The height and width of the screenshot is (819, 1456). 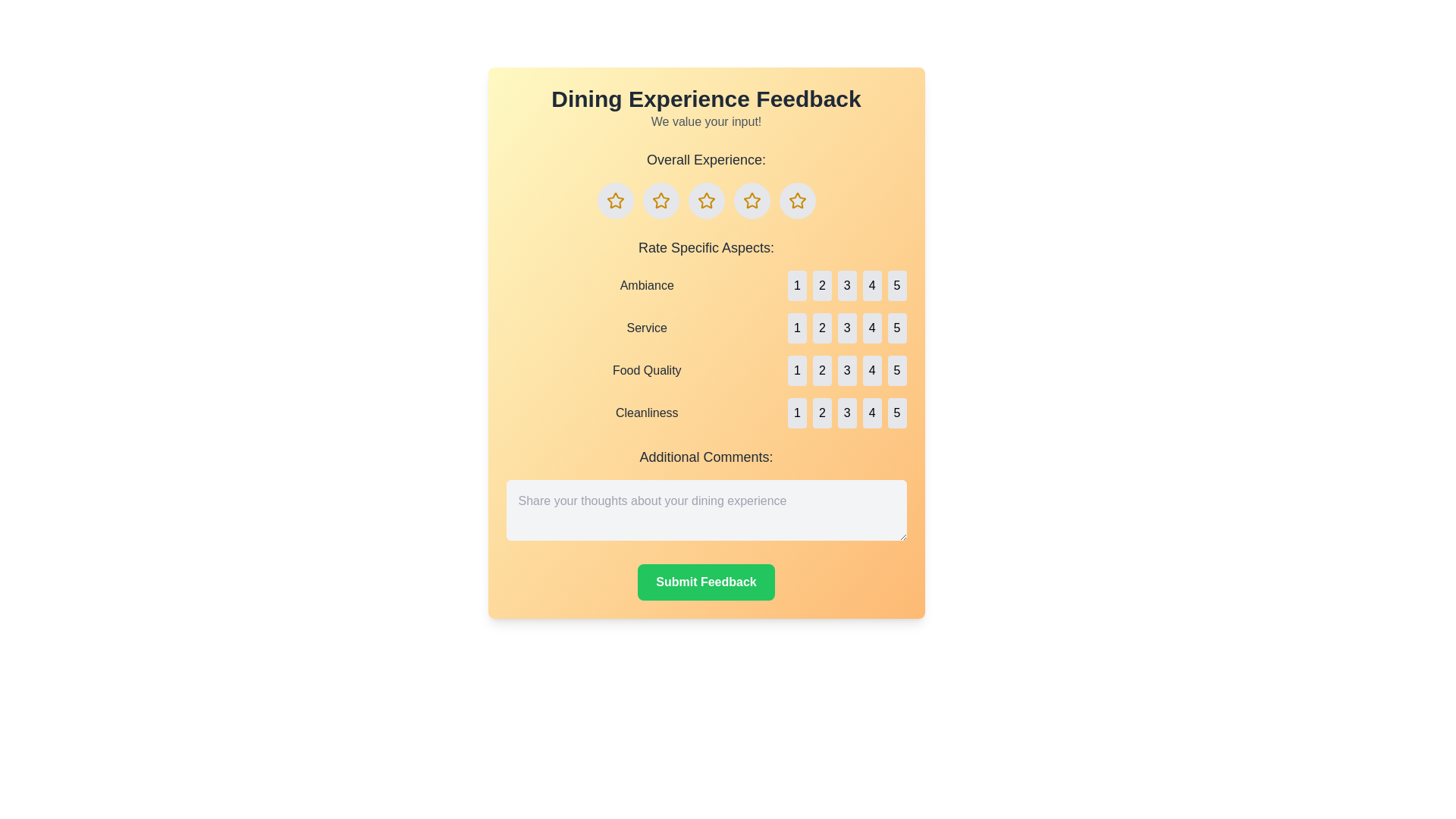 What do you see at coordinates (796, 286) in the screenshot?
I see `the '1' rating button for the 'Ambiance' aspect of the dining experience to observe the hover effect` at bounding box center [796, 286].